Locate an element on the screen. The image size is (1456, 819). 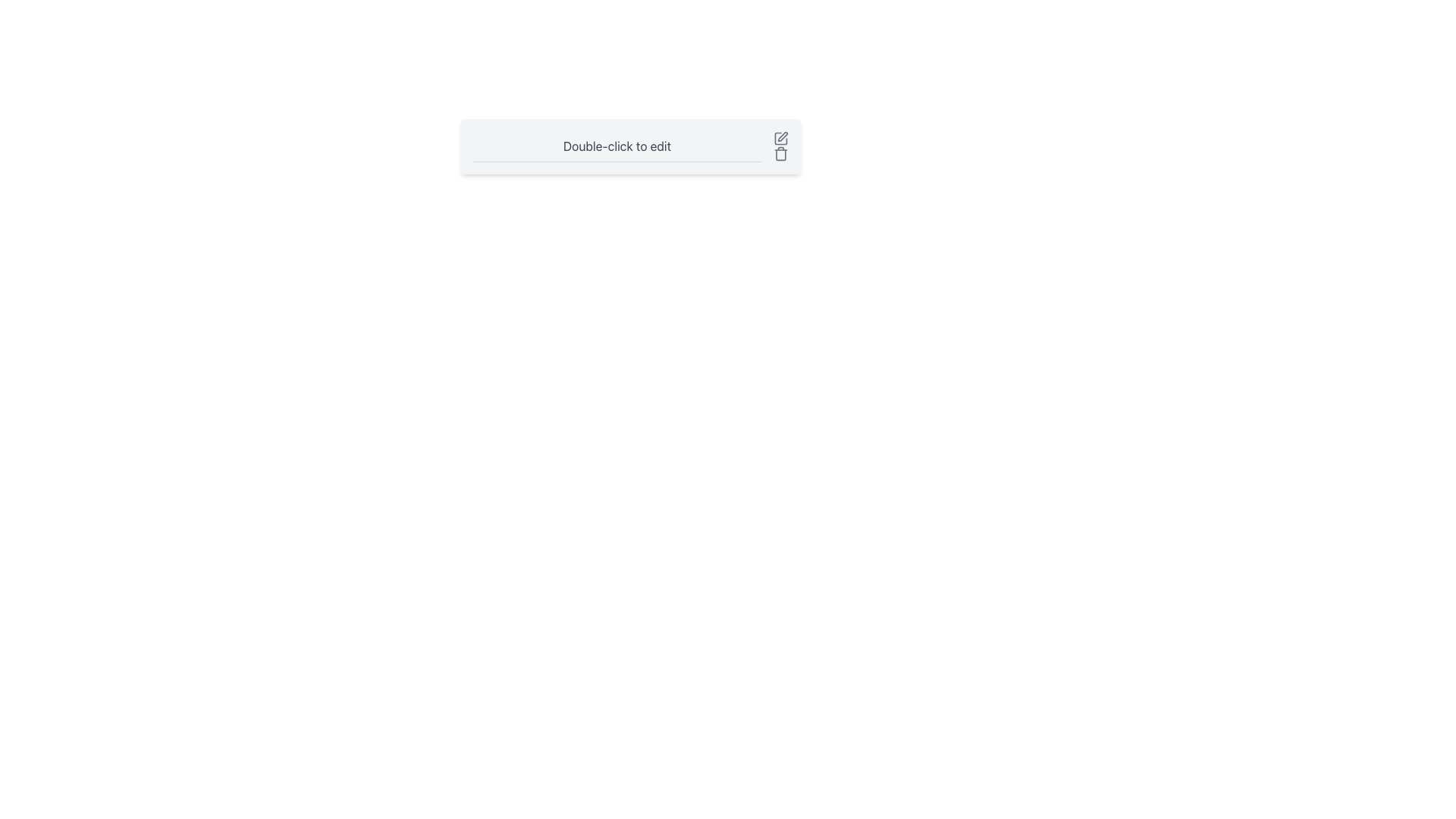
the small pen-shaped icon located in the top-right corner of the square icon is located at coordinates (783, 136).